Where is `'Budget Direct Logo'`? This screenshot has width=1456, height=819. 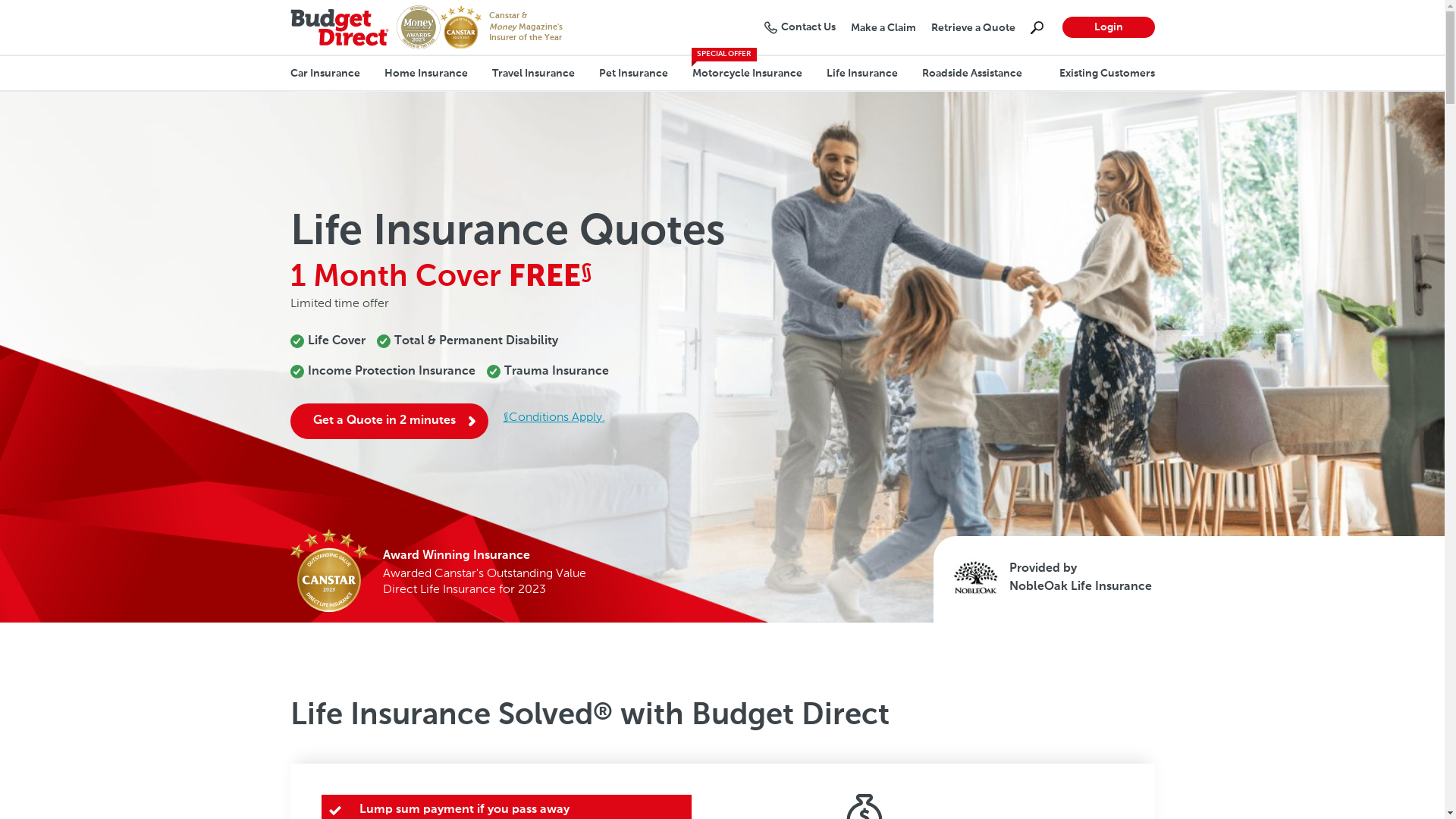 'Budget Direct Logo' is located at coordinates (337, 27).